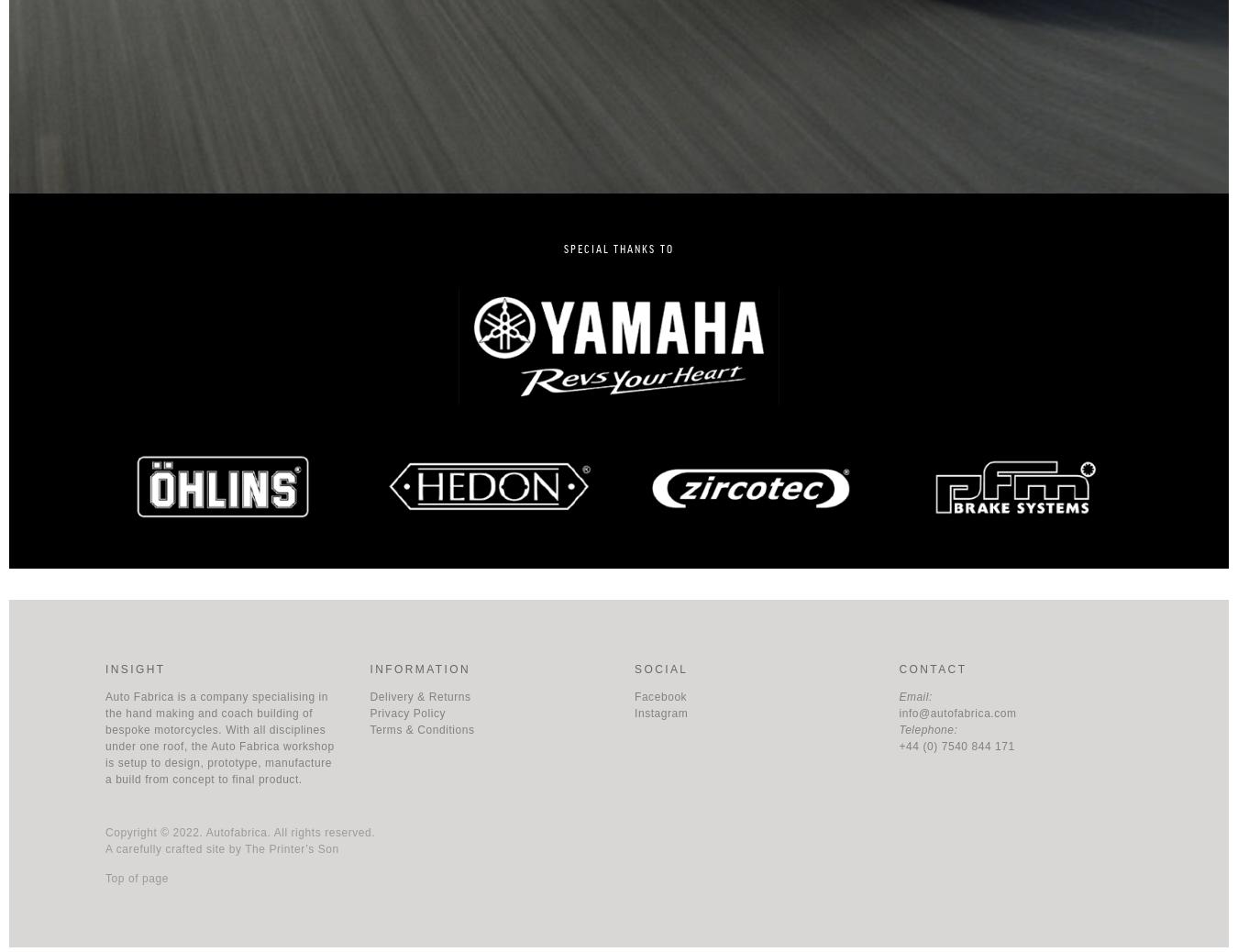 The image size is (1238, 952). Describe the element at coordinates (932, 667) in the screenshot. I see `'Contact'` at that location.